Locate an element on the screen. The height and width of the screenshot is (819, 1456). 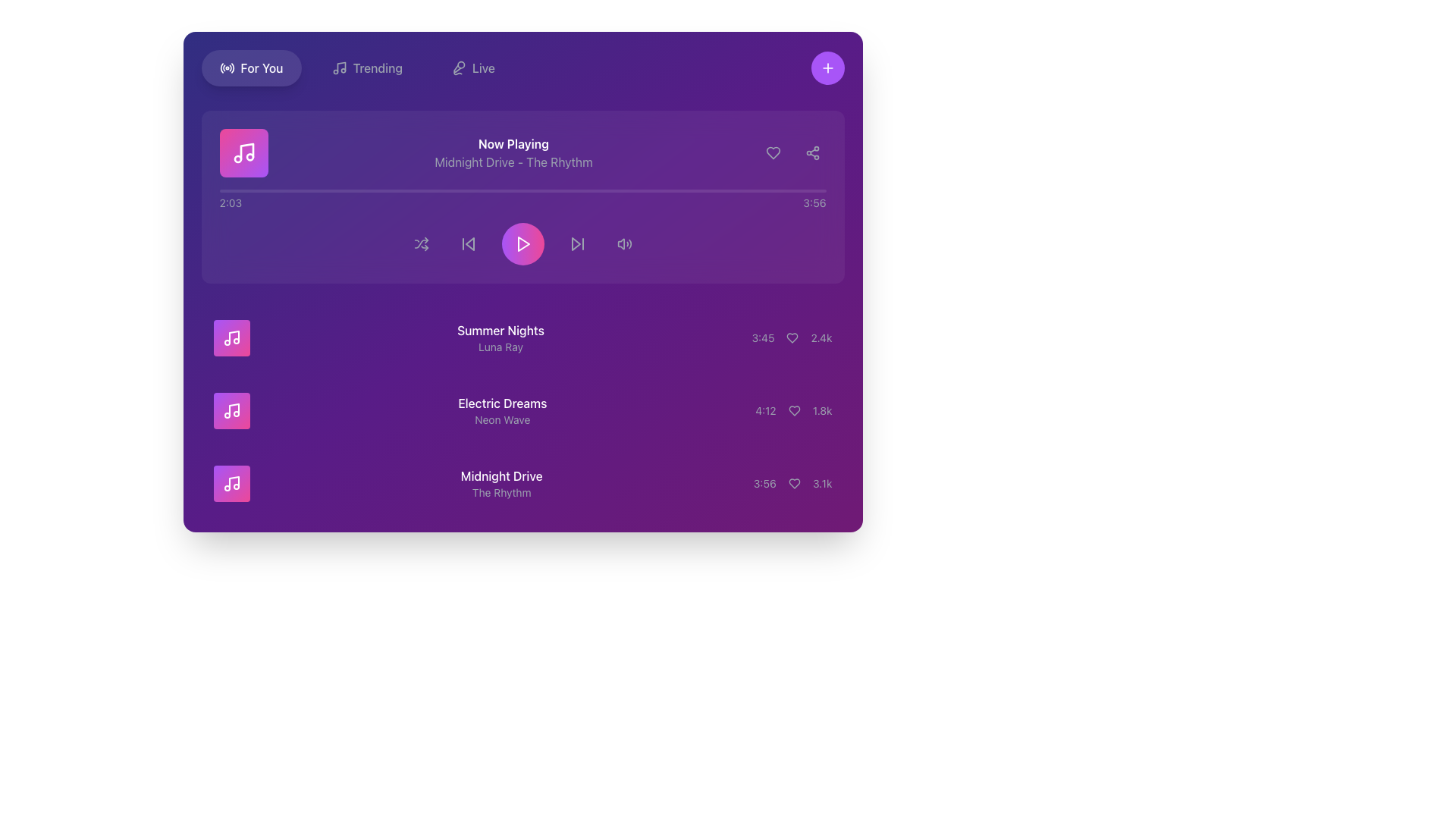
the skip-to-previous button located in the Now Playing section, positioned to the right of the shuffle icon and to the left of the play button is located at coordinates (467, 243).